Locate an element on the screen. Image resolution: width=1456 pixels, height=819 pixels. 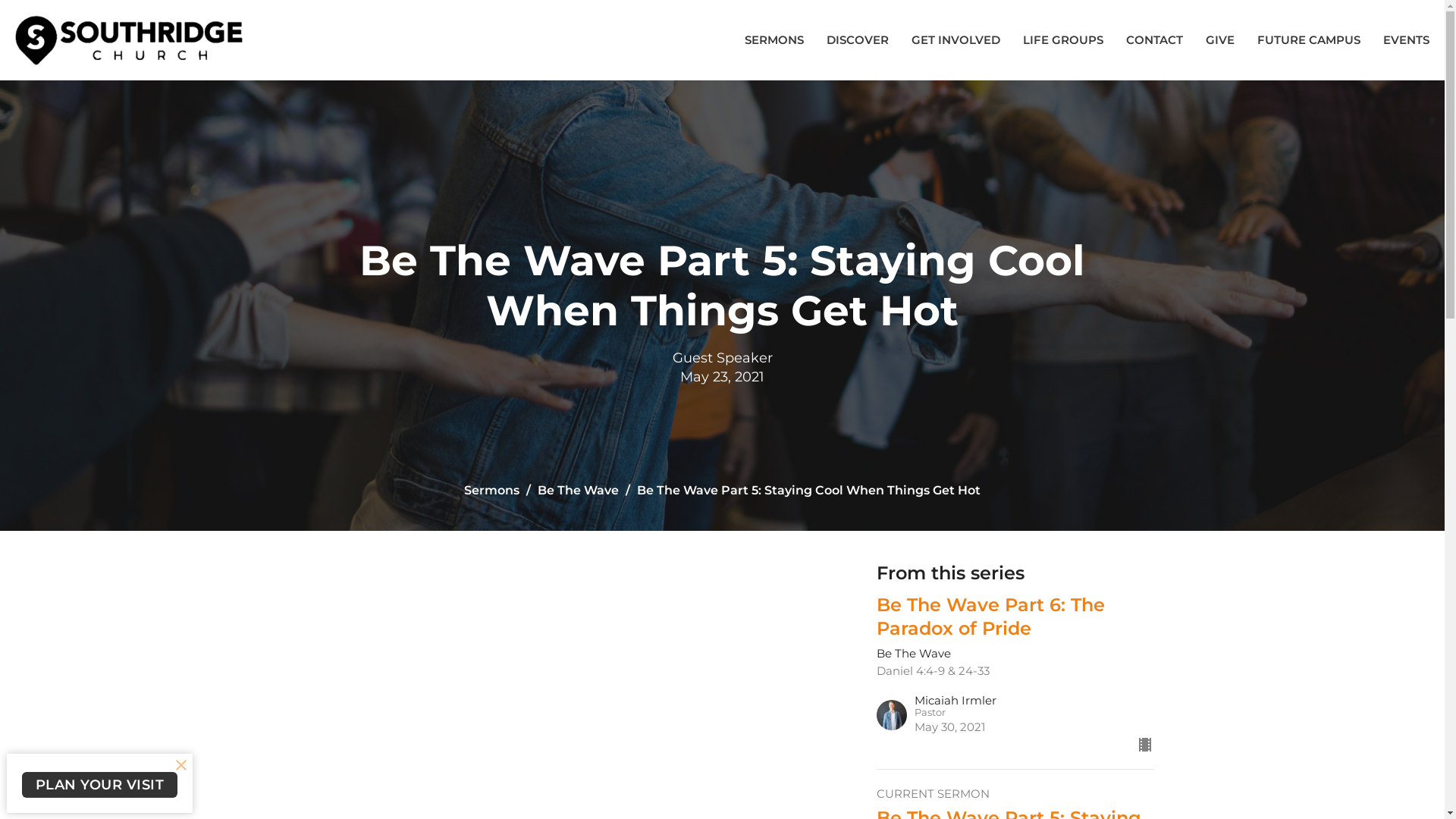
'PLAN YOUR VISIT' is located at coordinates (98, 784).